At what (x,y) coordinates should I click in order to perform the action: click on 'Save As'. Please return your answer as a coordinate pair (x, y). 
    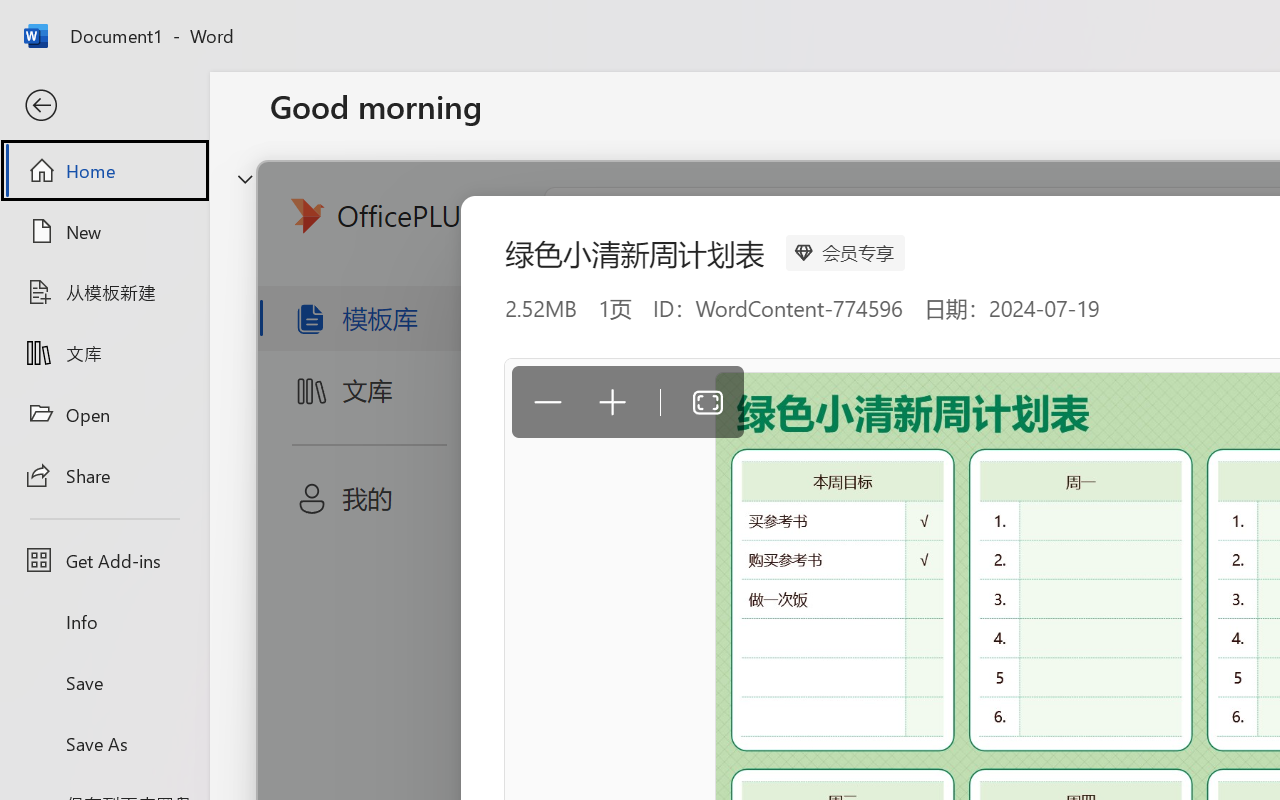
    Looking at the image, I should click on (103, 743).